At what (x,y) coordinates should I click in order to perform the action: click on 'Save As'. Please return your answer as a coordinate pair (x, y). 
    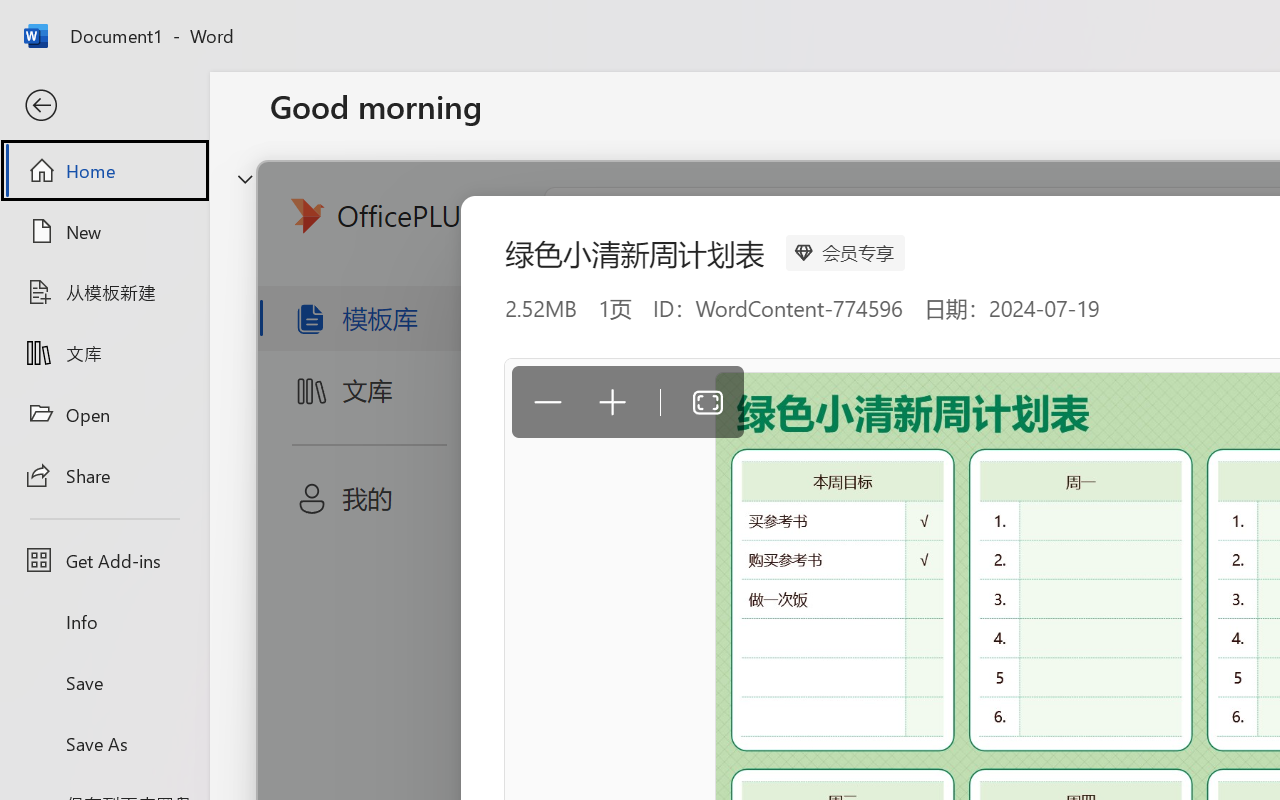
    Looking at the image, I should click on (103, 743).